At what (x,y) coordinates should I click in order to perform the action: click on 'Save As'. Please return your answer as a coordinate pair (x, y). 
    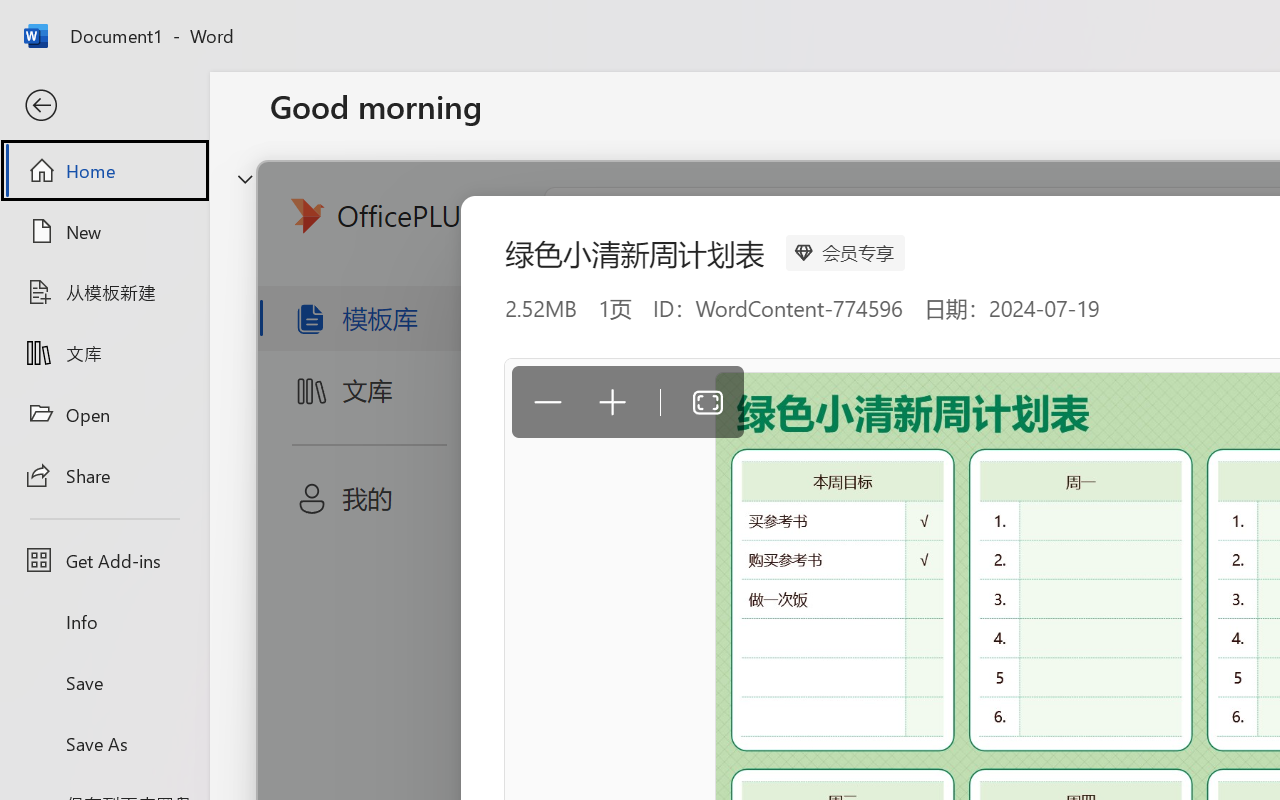
    Looking at the image, I should click on (103, 743).